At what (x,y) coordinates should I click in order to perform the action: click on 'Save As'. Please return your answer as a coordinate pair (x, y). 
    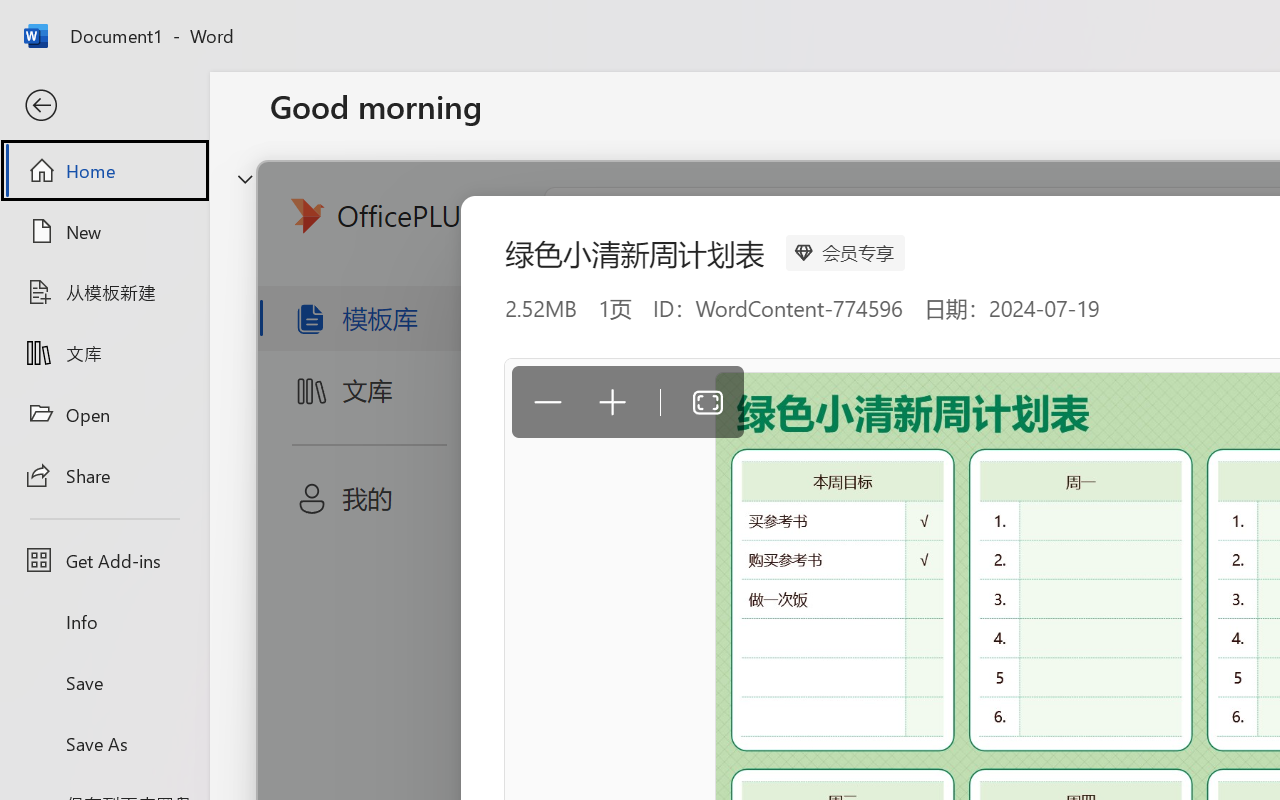
    Looking at the image, I should click on (103, 743).